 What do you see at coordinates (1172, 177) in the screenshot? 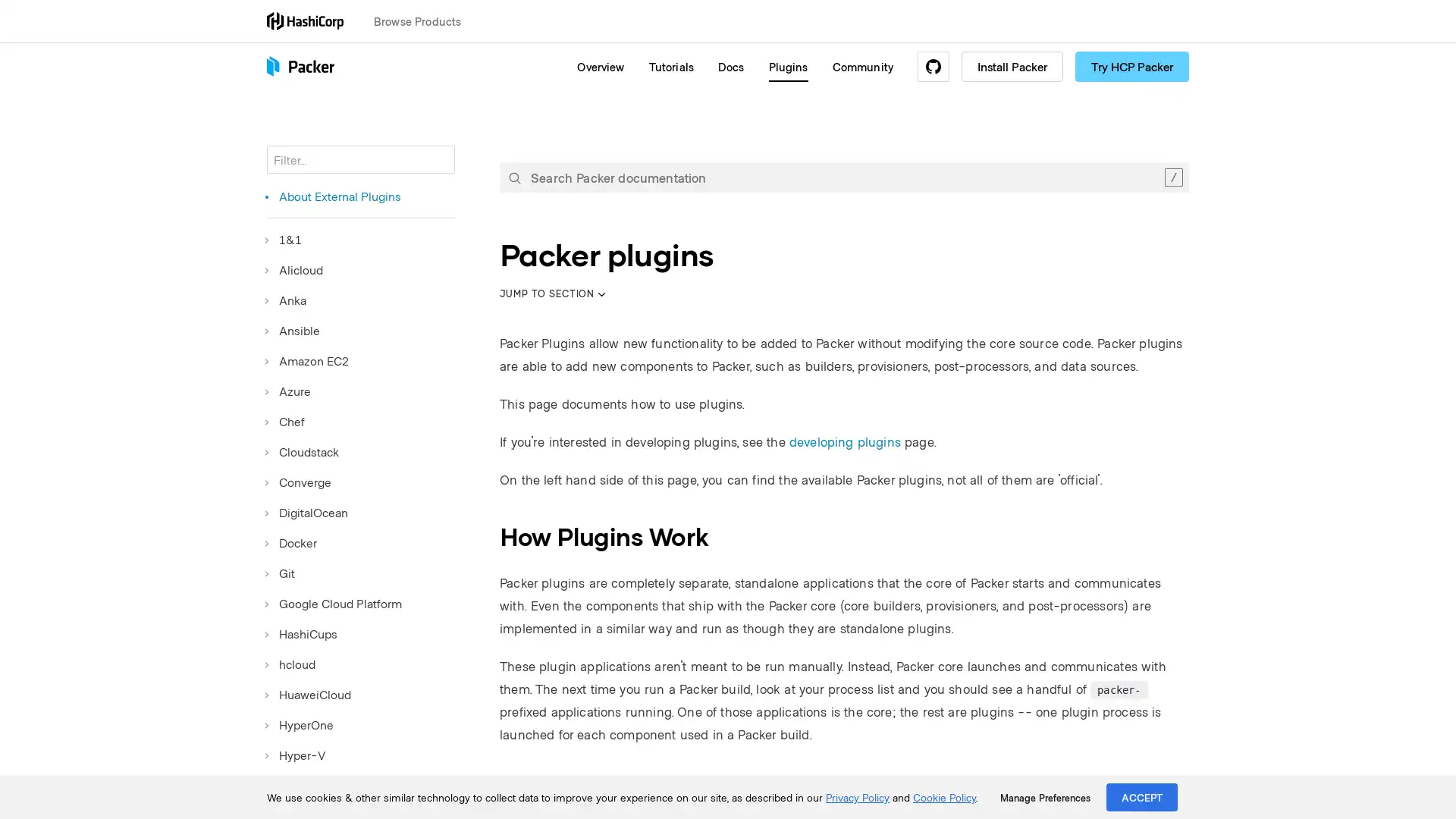
I see `Clear the search query.` at bounding box center [1172, 177].